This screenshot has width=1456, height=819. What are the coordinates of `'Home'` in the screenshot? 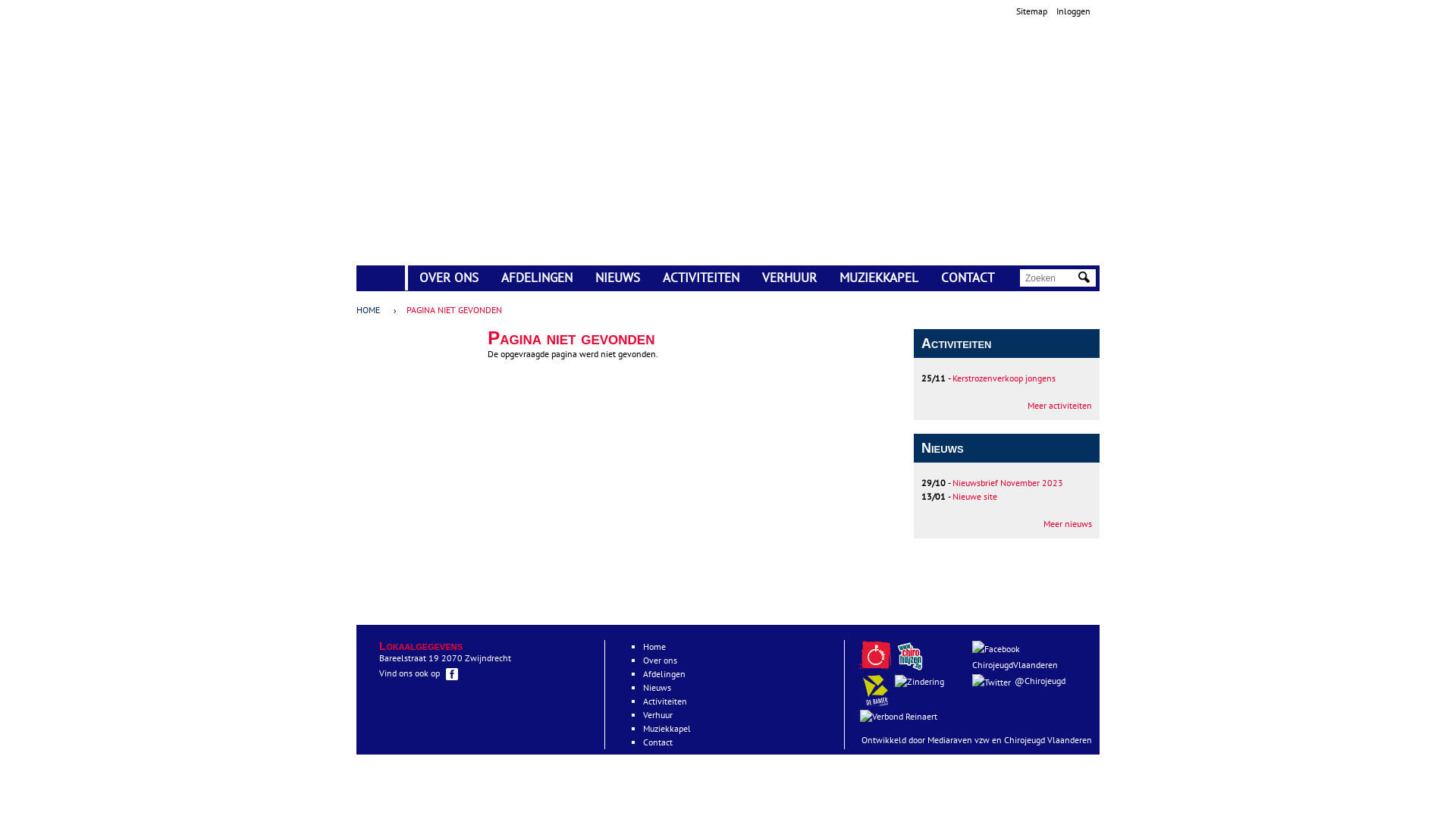 It's located at (654, 646).